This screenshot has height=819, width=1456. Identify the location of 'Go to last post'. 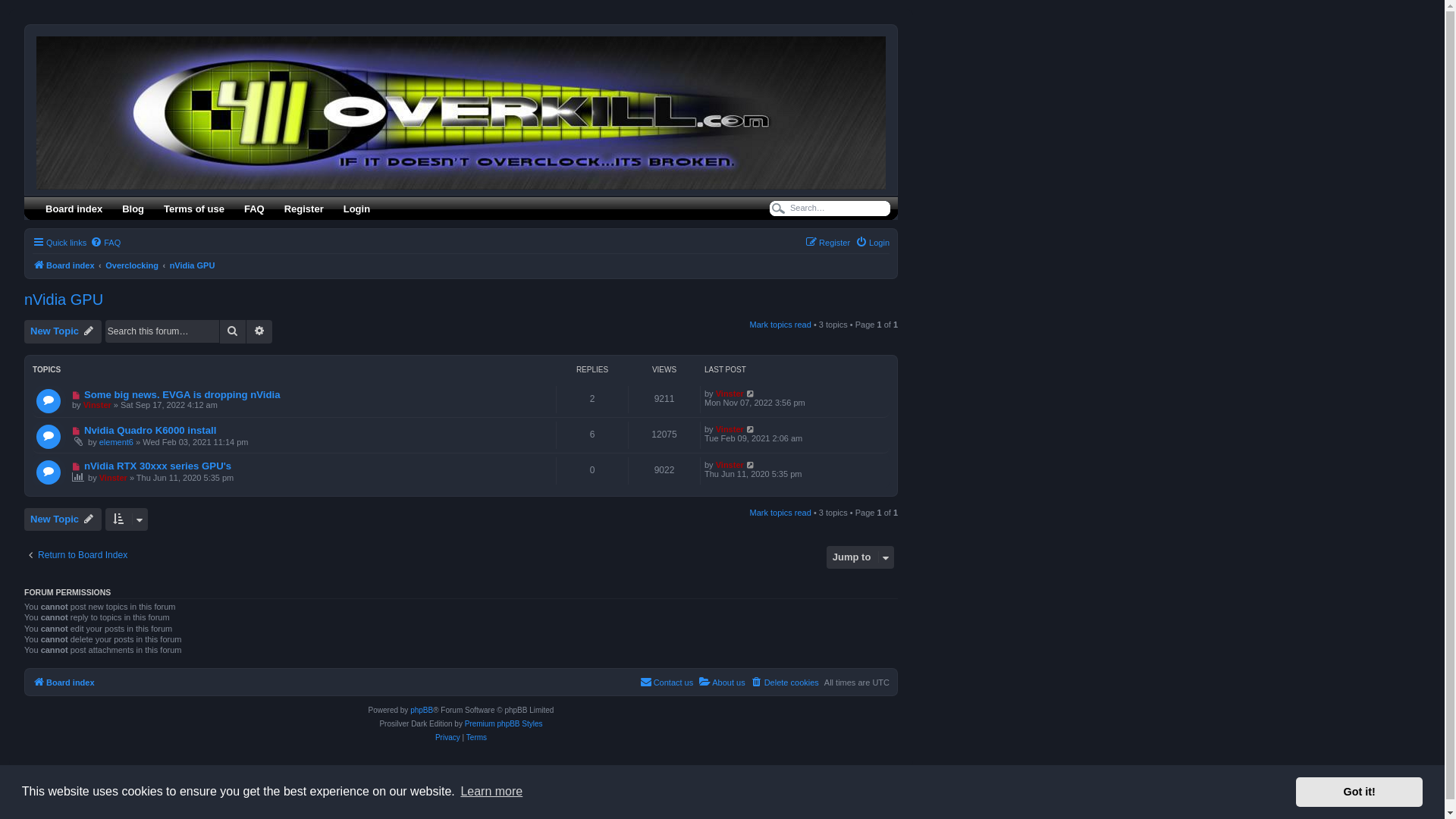
(751, 393).